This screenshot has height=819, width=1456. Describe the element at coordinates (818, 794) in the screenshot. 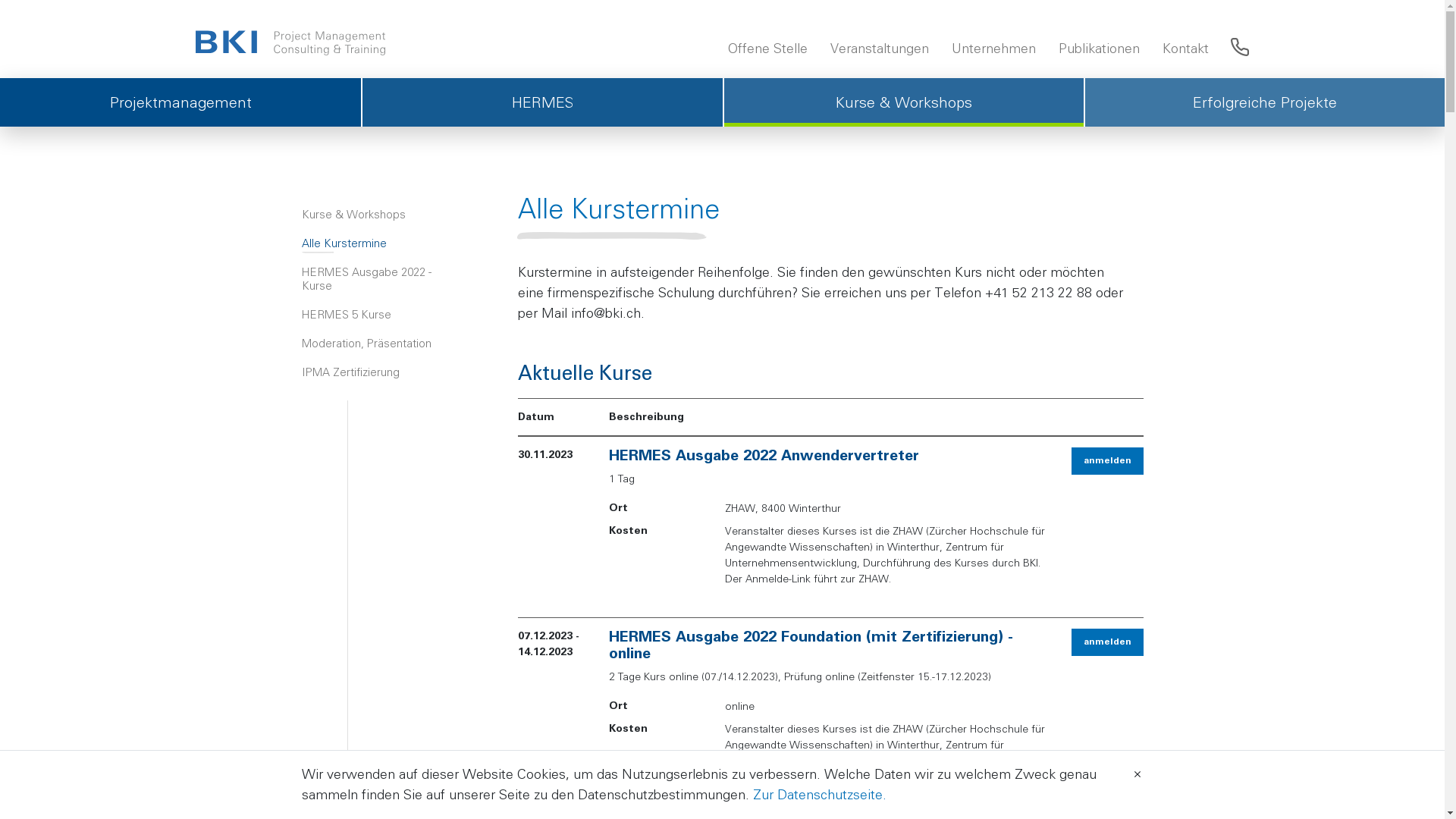

I see `'Zur Datenschutzseite.'` at that location.